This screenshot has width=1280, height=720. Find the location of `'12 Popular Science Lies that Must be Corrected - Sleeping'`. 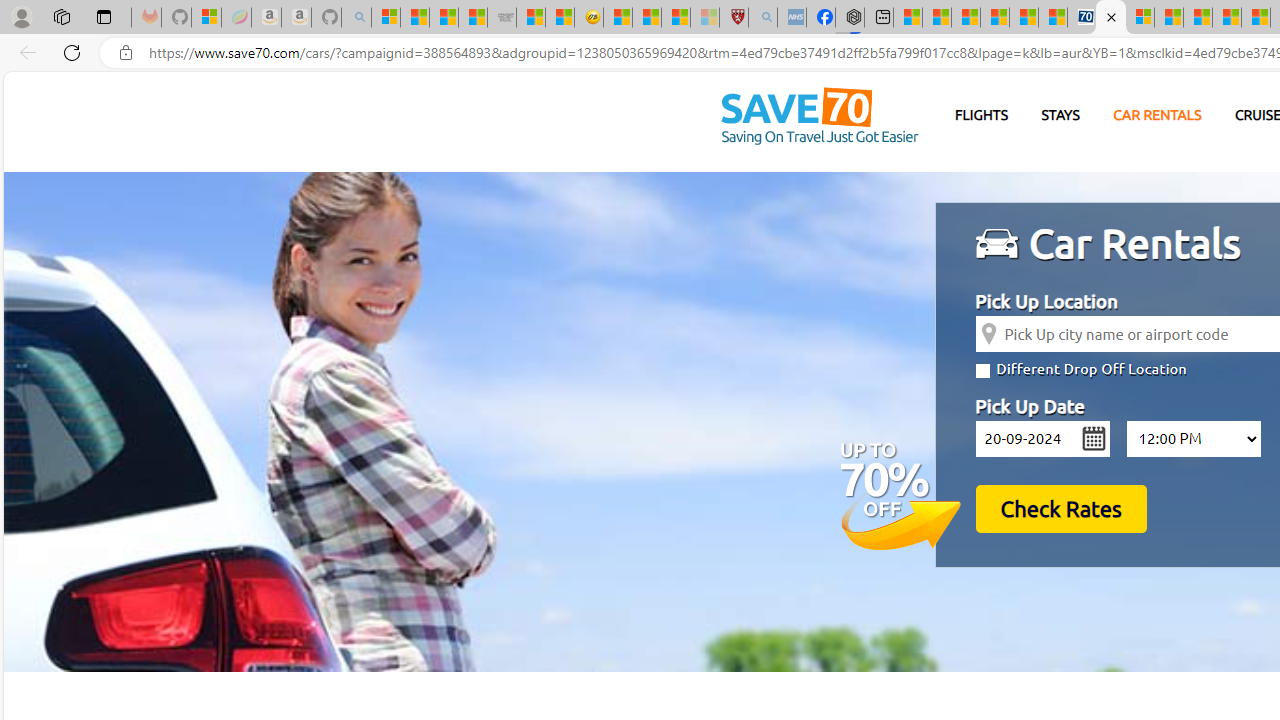

'12 Popular Science Lies that Must be Corrected - Sleeping' is located at coordinates (705, 17).